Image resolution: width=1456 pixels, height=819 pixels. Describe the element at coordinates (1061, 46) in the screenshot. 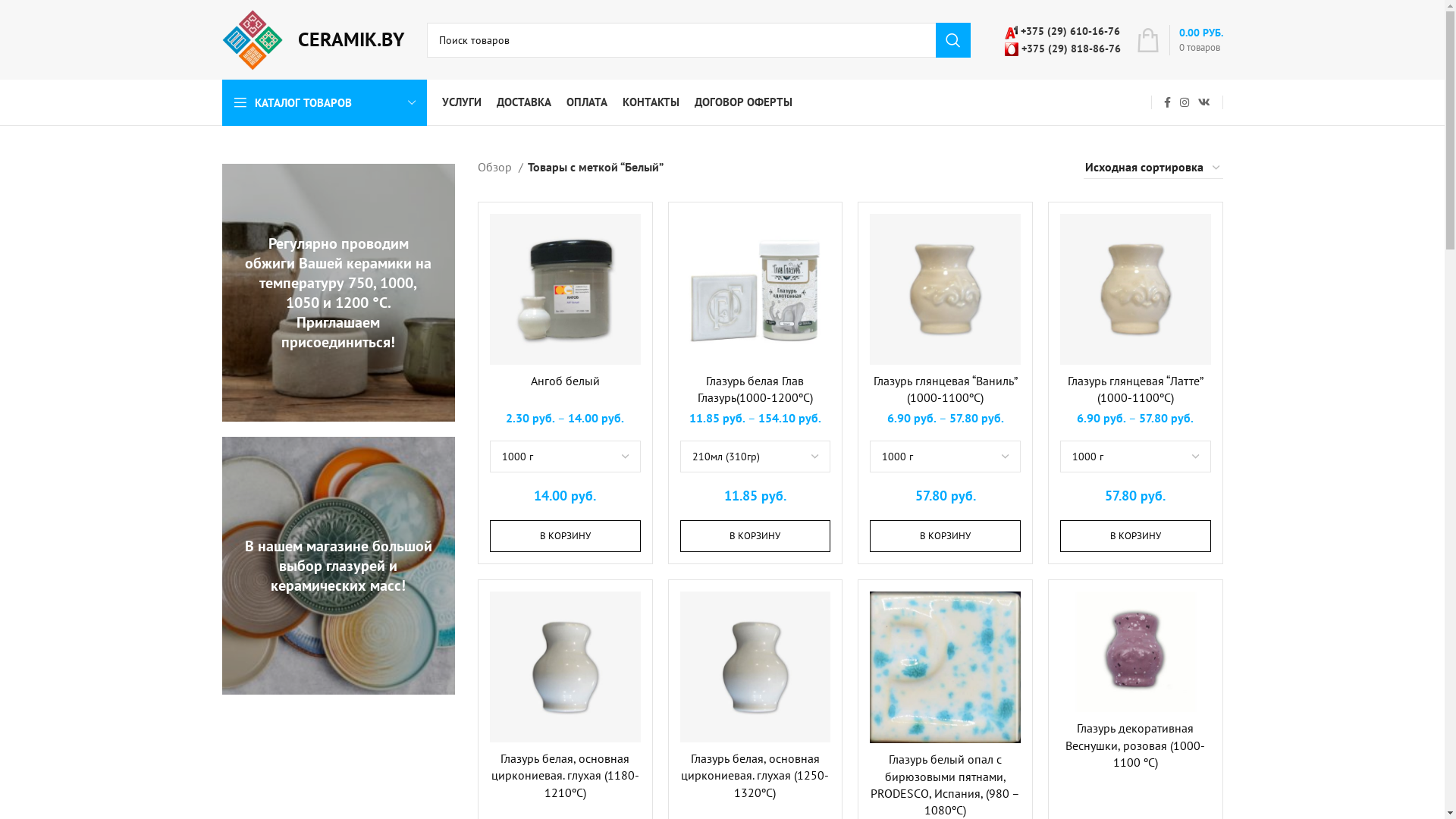

I see `'+375 (29) 818-86-76'` at that location.